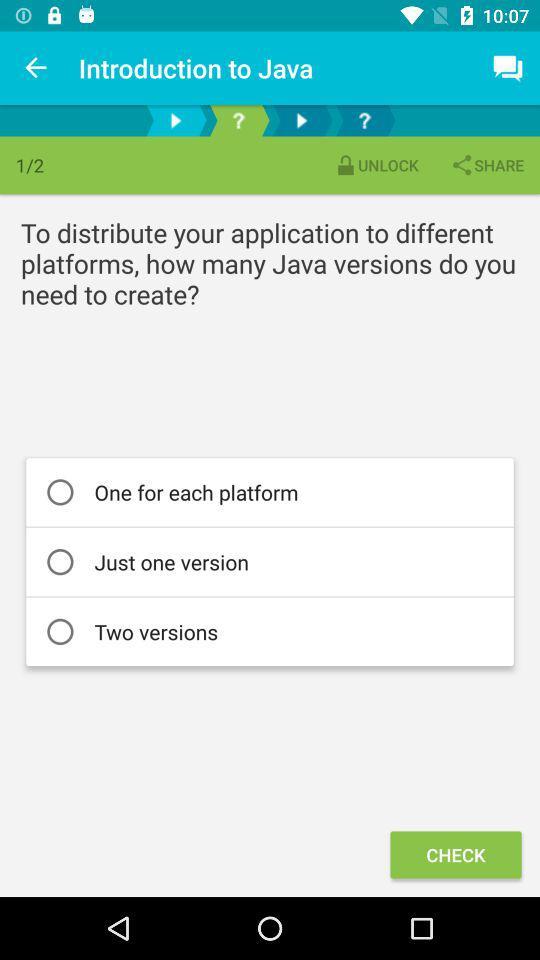 Image resolution: width=540 pixels, height=960 pixels. What do you see at coordinates (175, 120) in the screenshot?
I see `the first option below introduction to java` at bounding box center [175, 120].